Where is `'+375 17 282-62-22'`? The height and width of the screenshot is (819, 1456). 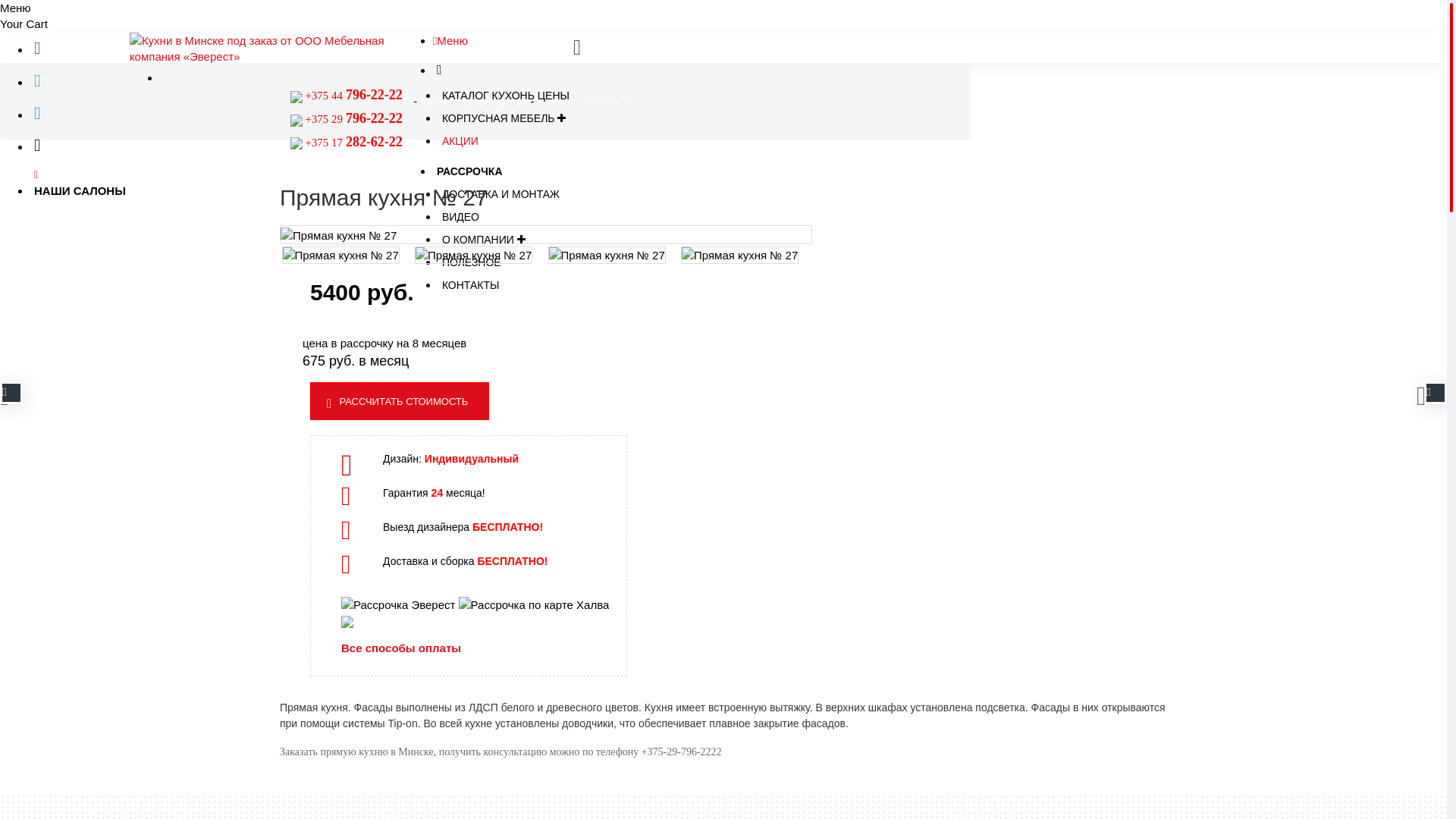
'+375 17 282-62-22' is located at coordinates (352, 143).